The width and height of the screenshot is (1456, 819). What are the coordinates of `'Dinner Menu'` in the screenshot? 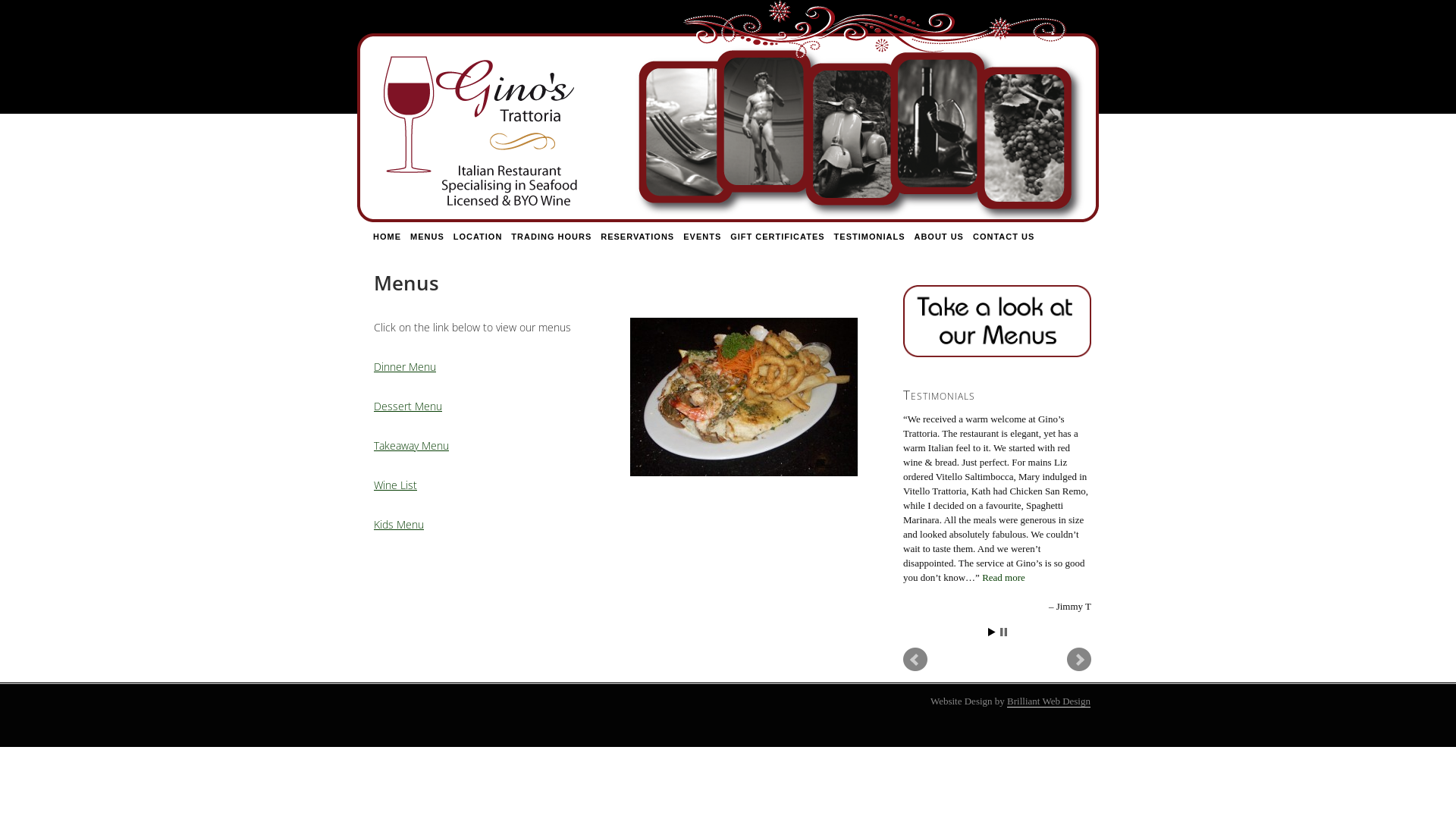 It's located at (404, 366).